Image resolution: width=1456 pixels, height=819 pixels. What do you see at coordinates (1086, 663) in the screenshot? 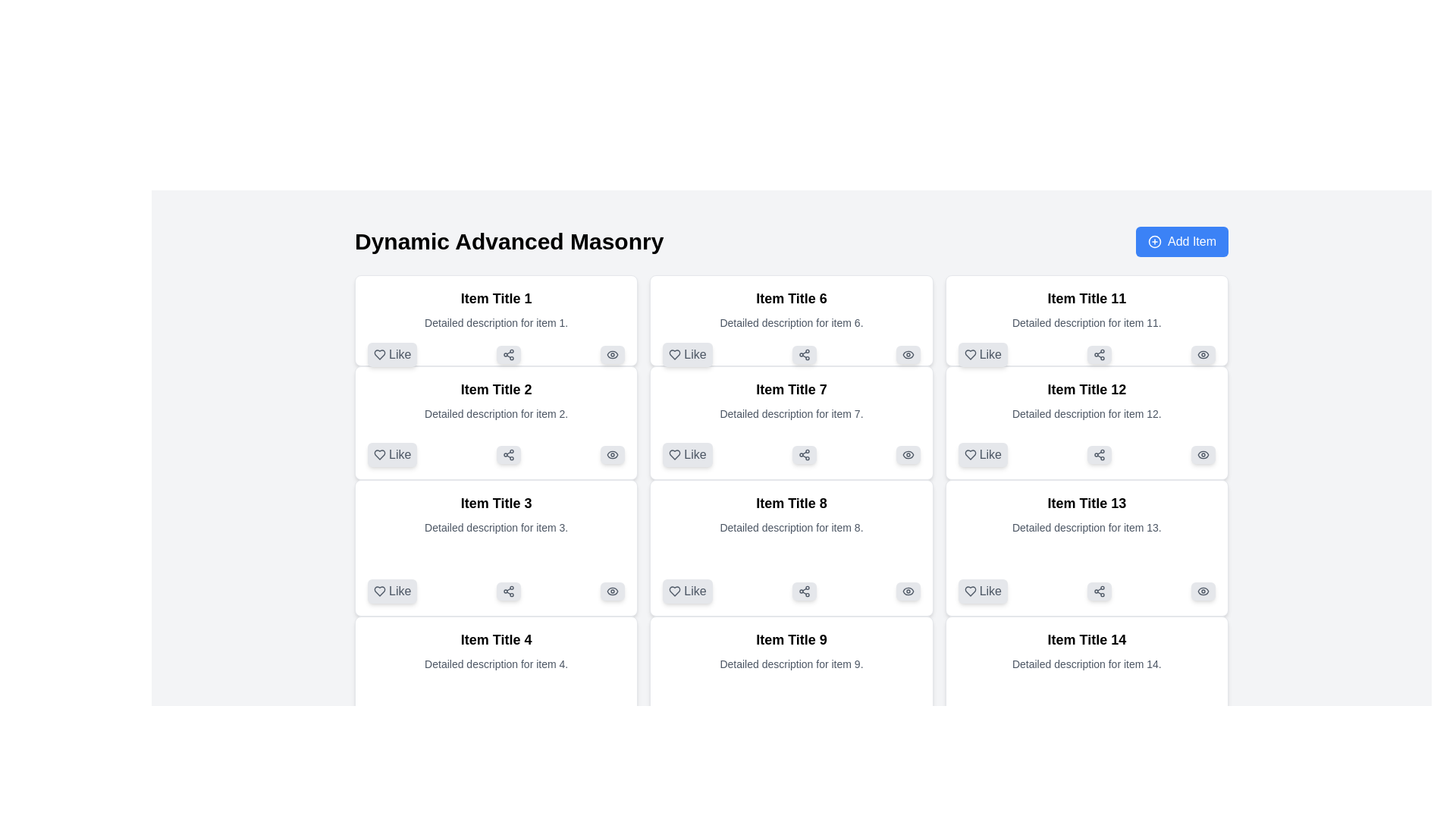
I see `text label located beneath 'Item Title 14' in the bottom-right card of the grid layout` at bounding box center [1086, 663].